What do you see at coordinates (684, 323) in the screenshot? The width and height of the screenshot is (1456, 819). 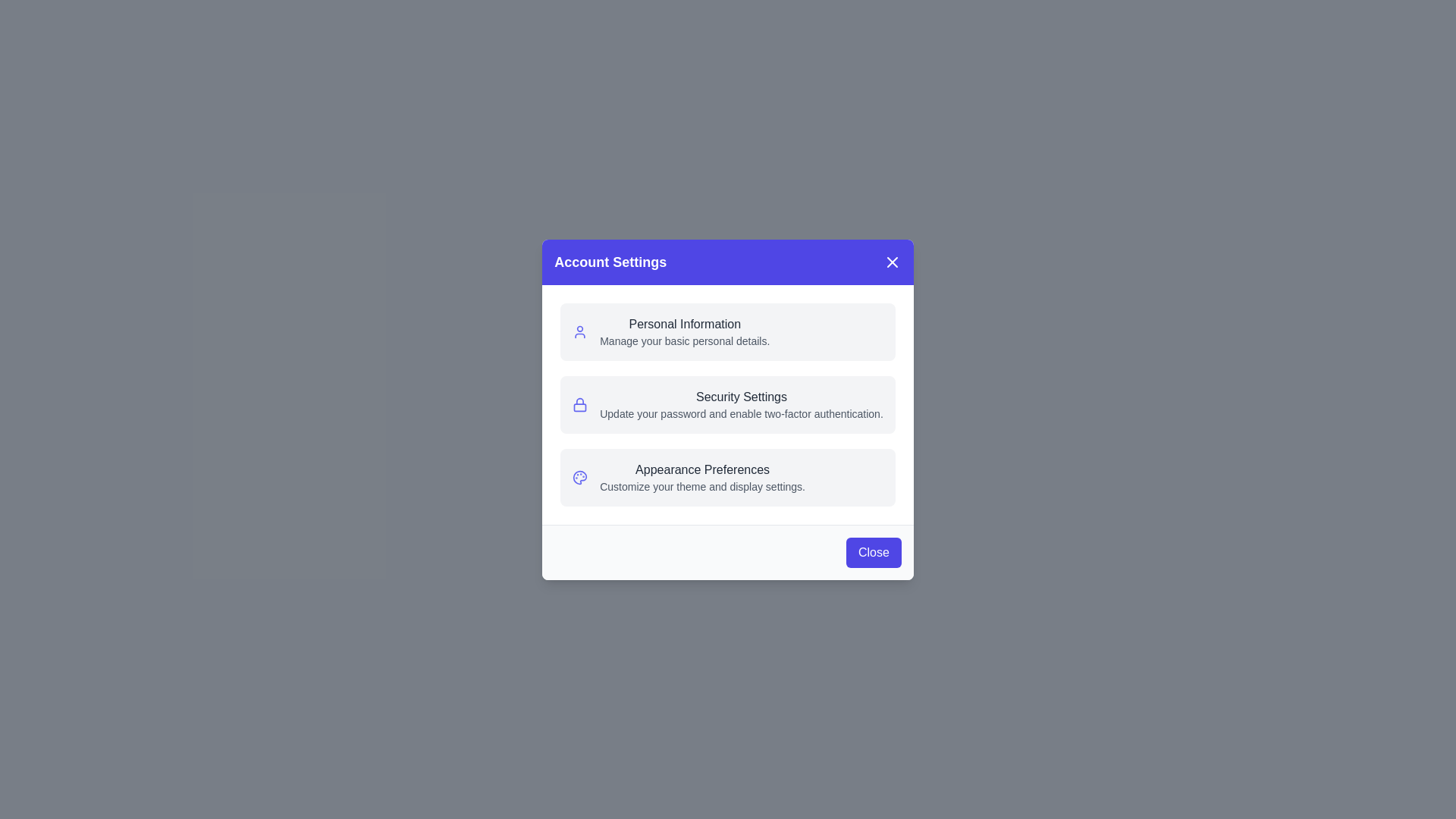 I see `the 'Personal Information' section by` at bounding box center [684, 323].